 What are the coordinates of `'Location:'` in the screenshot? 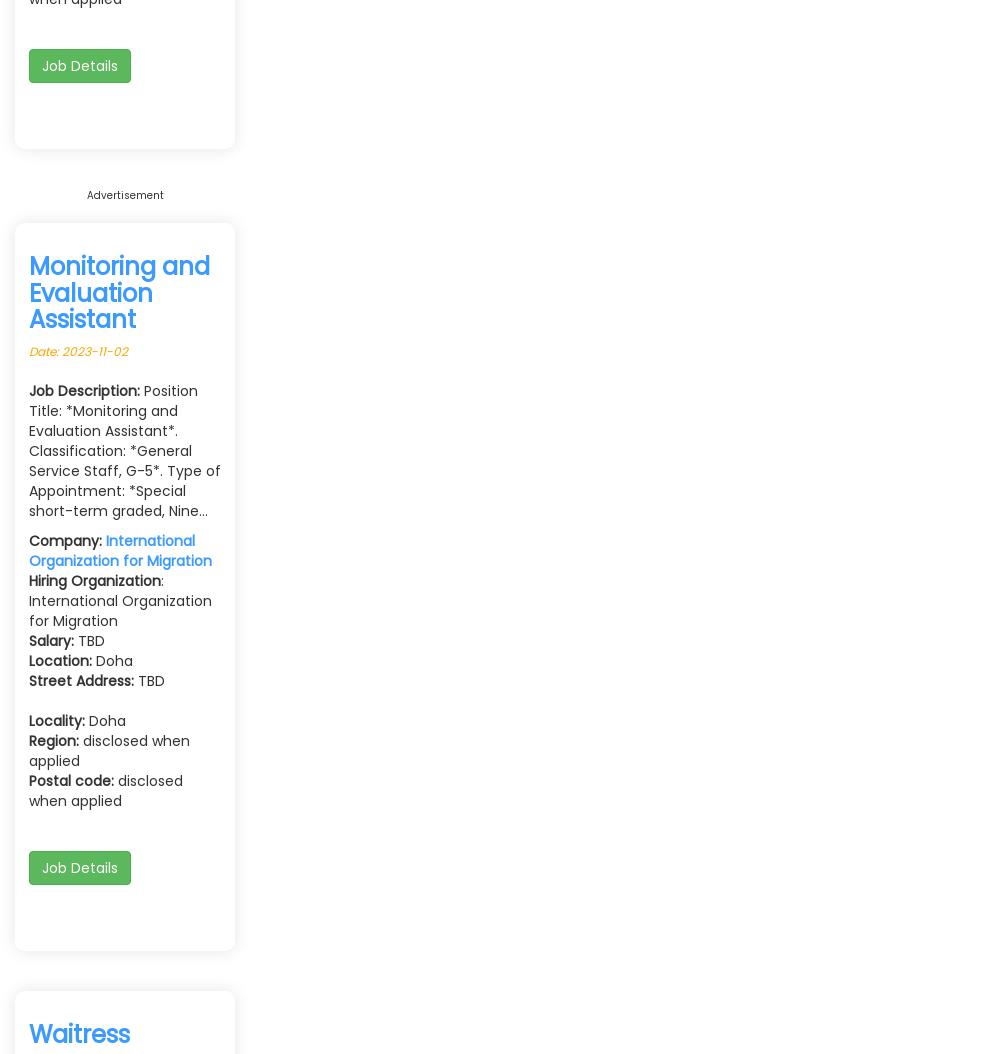 It's located at (28, 660).